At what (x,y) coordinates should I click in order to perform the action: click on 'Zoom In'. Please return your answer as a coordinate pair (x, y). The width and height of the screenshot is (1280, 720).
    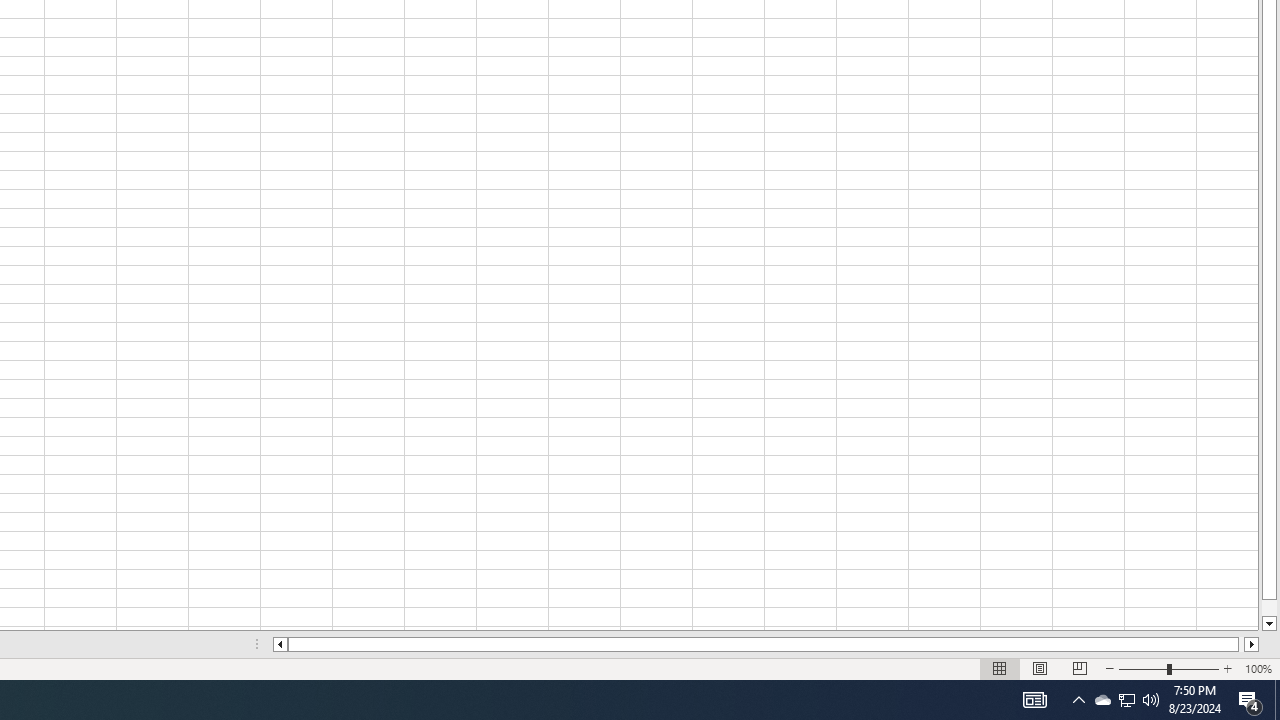
    Looking at the image, I should click on (1226, 669).